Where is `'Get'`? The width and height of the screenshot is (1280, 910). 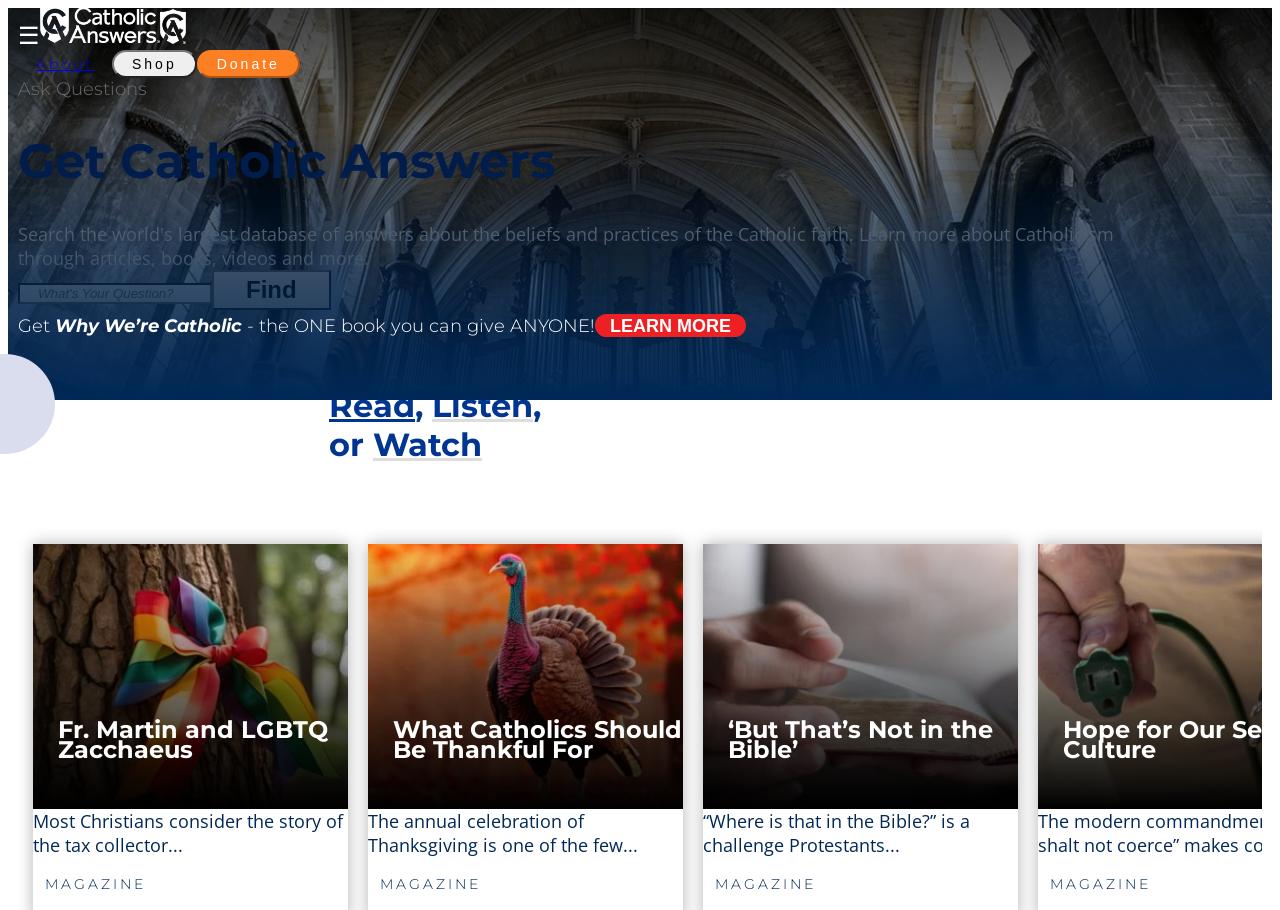
'Get' is located at coordinates (36, 324).